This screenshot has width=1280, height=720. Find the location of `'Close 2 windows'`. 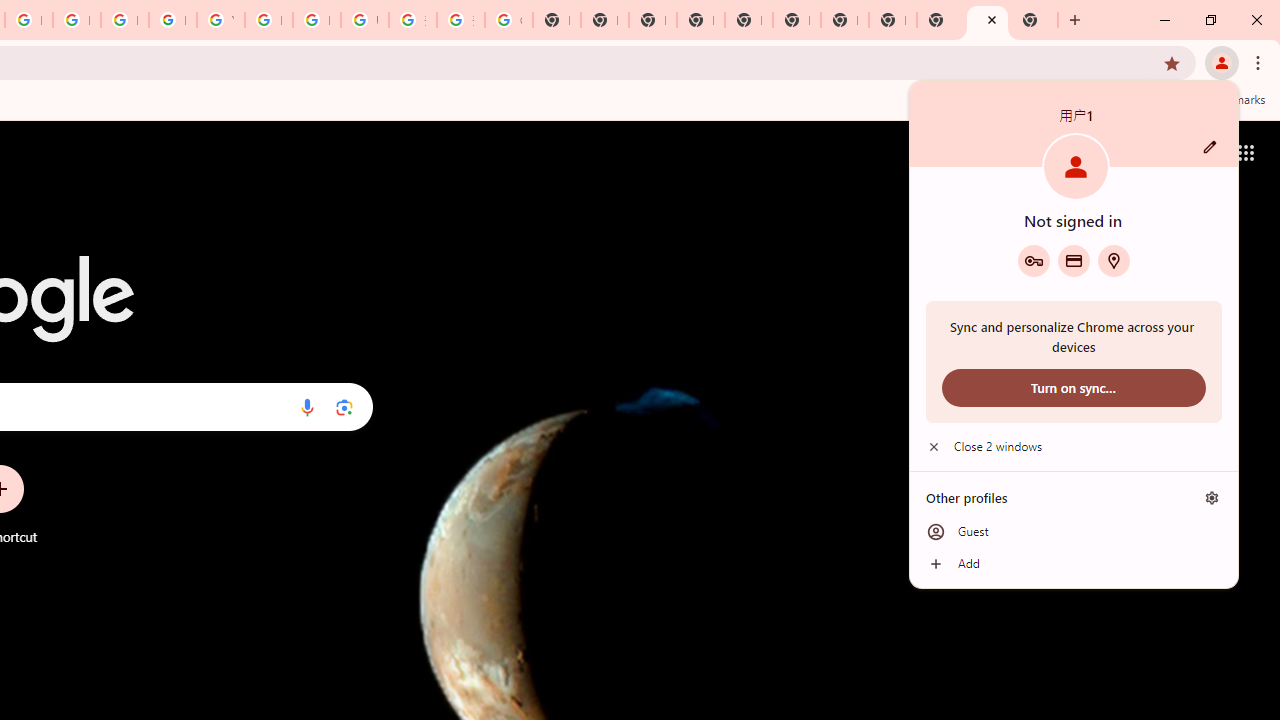

'Close 2 windows' is located at coordinates (1072, 446).